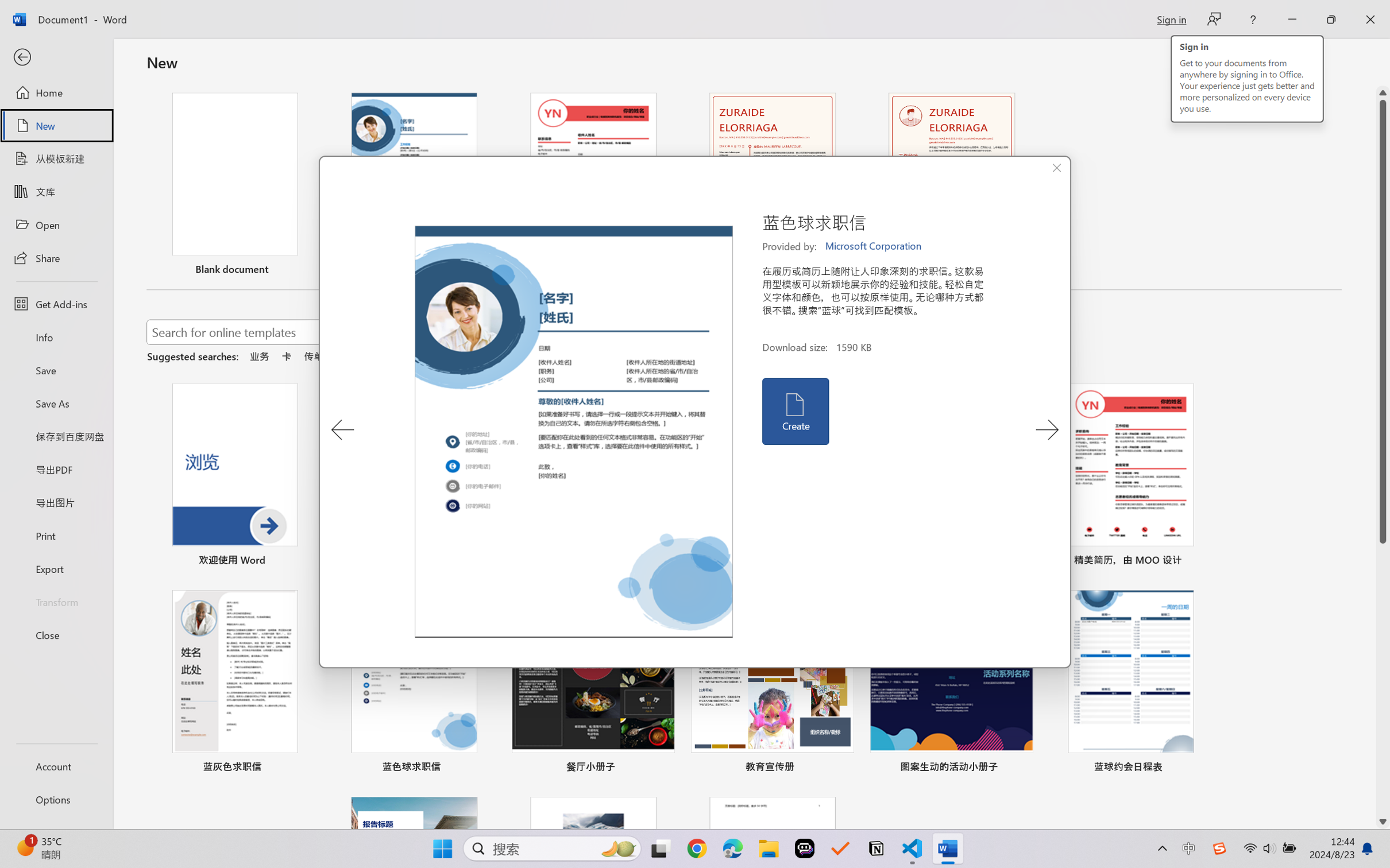 This screenshot has width=1390, height=868. I want to click on 'Previous Template', so click(342, 429).